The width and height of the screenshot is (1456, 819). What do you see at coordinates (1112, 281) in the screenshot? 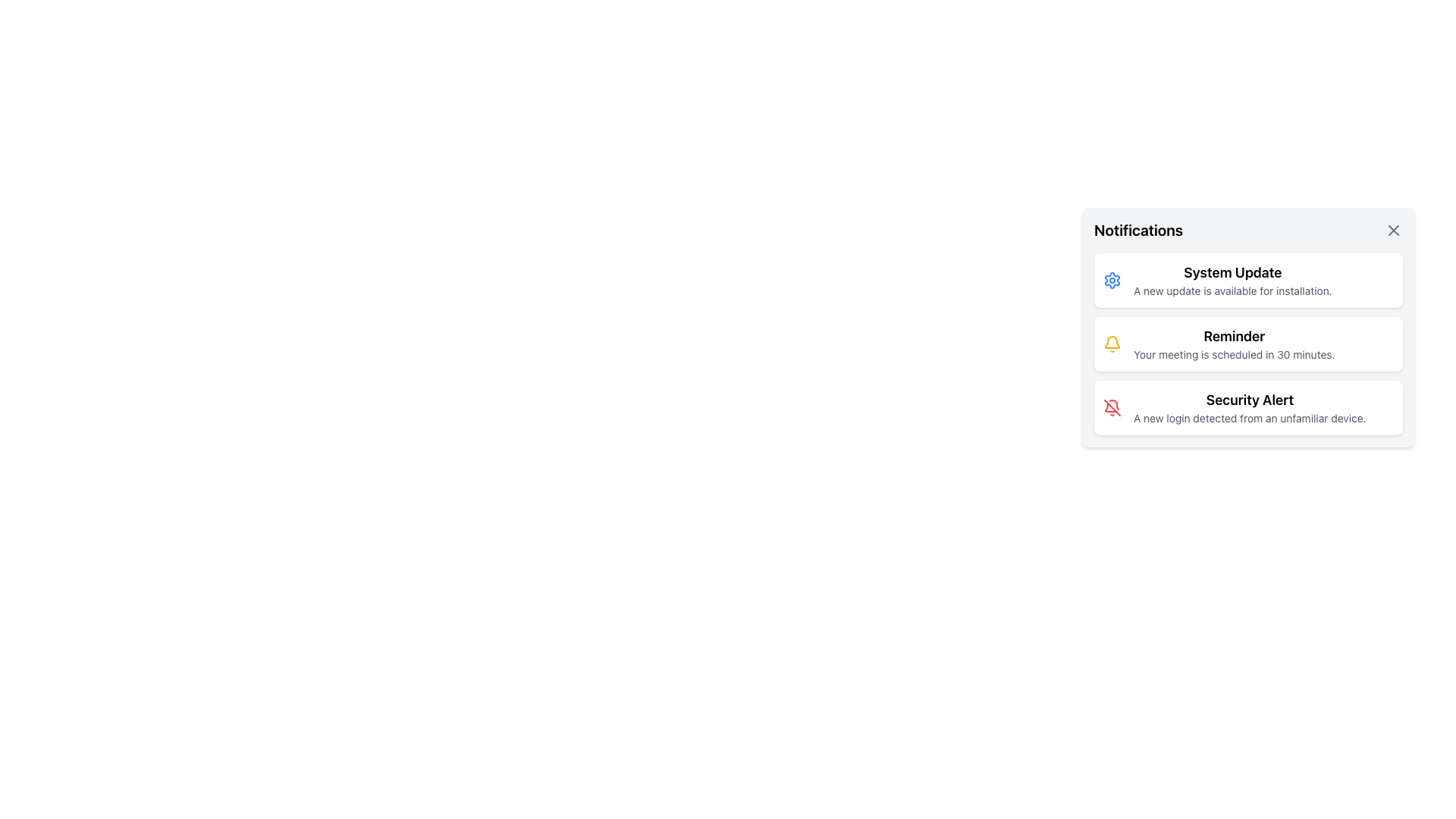
I see `the gear-like SVG icon located` at bounding box center [1112, 281].